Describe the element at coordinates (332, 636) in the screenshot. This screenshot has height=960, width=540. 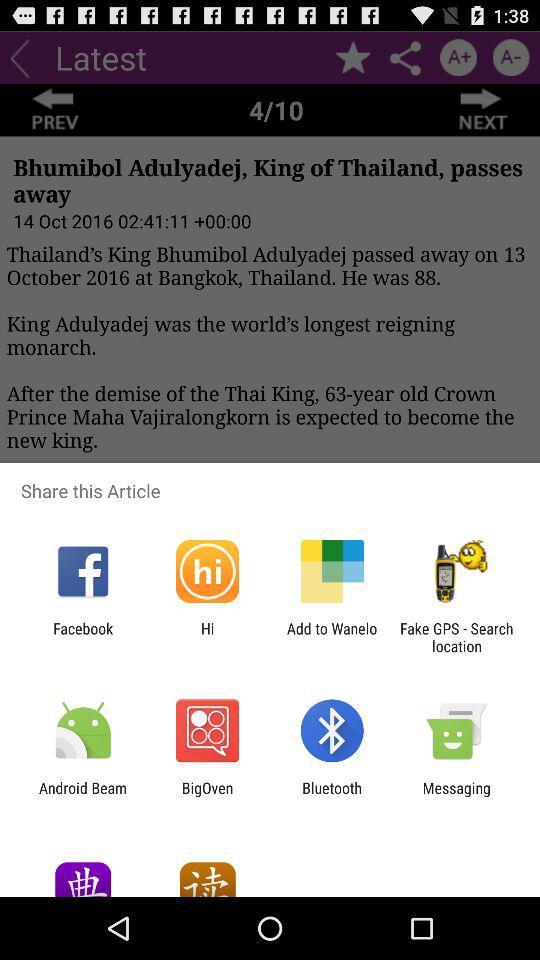
I see `add to wanelo icon` at that location.